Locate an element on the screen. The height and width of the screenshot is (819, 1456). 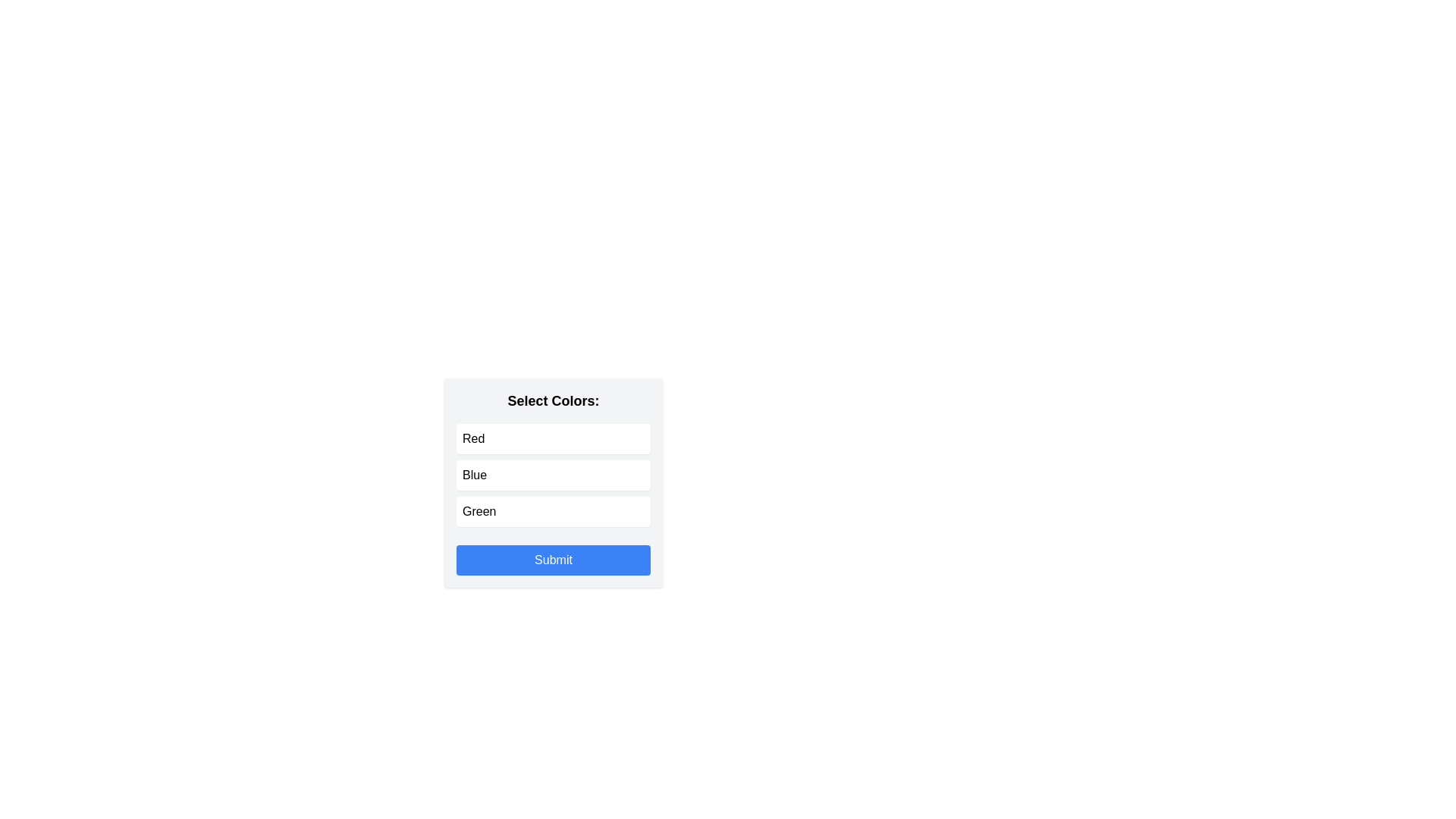
the selectable label for the color 'Blue' to edit it, as it is positioned second is located at coordinates (473, 475).